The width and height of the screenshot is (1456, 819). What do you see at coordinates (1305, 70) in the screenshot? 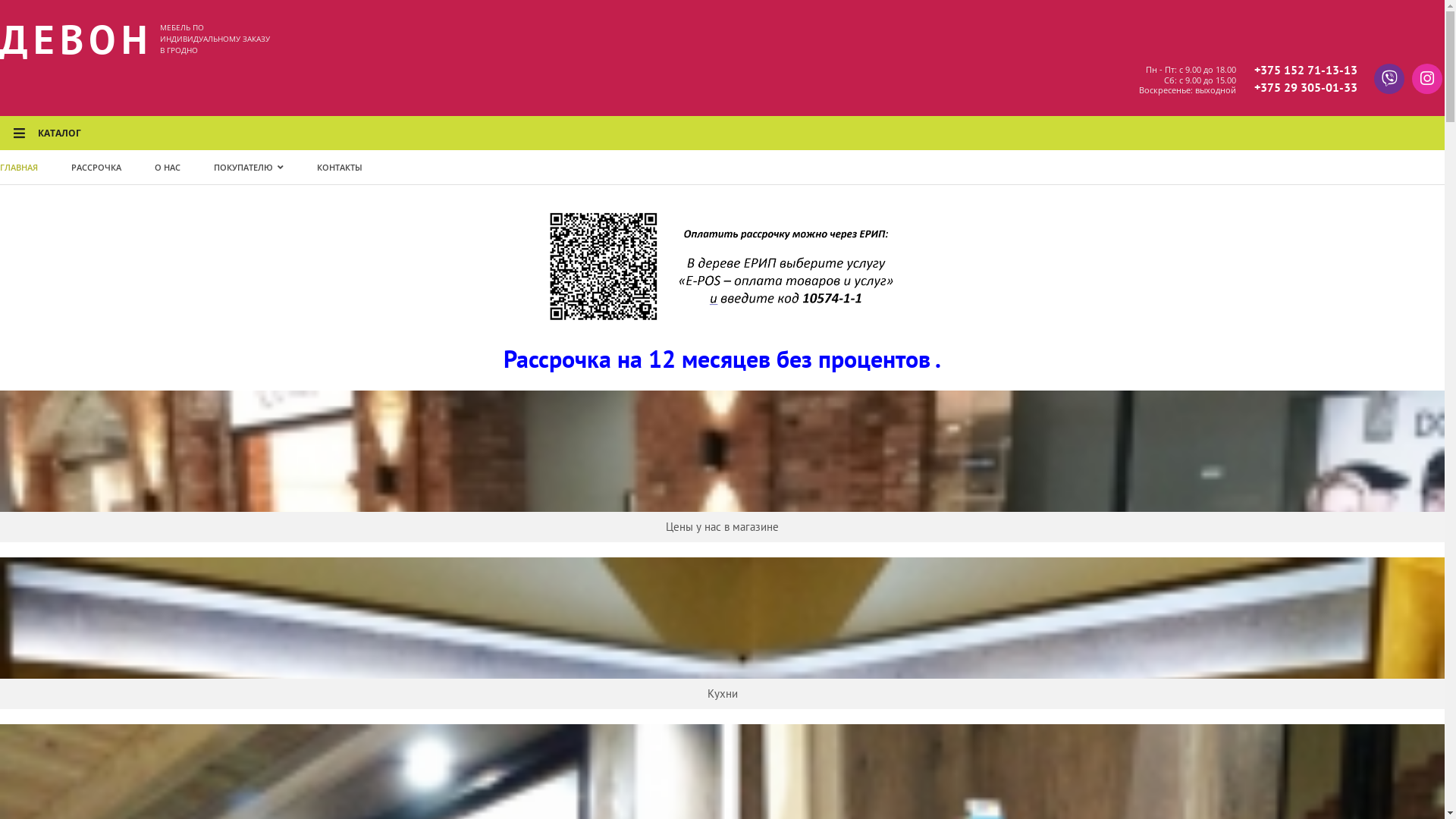
I see `'+375 152 71-13-13'` at bounding box center [1305, 70].